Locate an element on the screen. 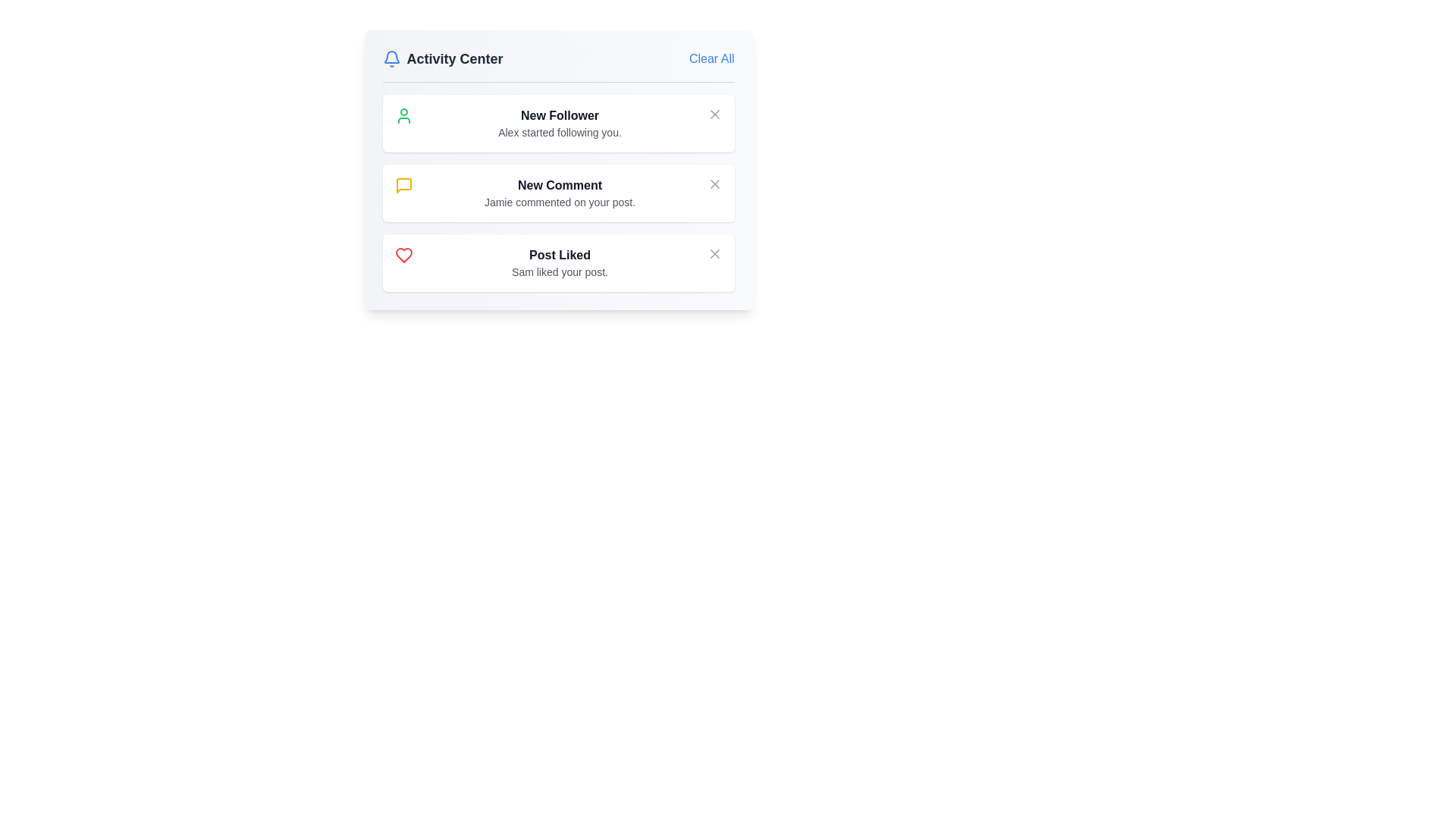 The width and height of the screenshot is (1456, 819). the circular user profile silhouette icon with a green outline, located within the 'New Follower' notification card is located at coordinates (403, 115).